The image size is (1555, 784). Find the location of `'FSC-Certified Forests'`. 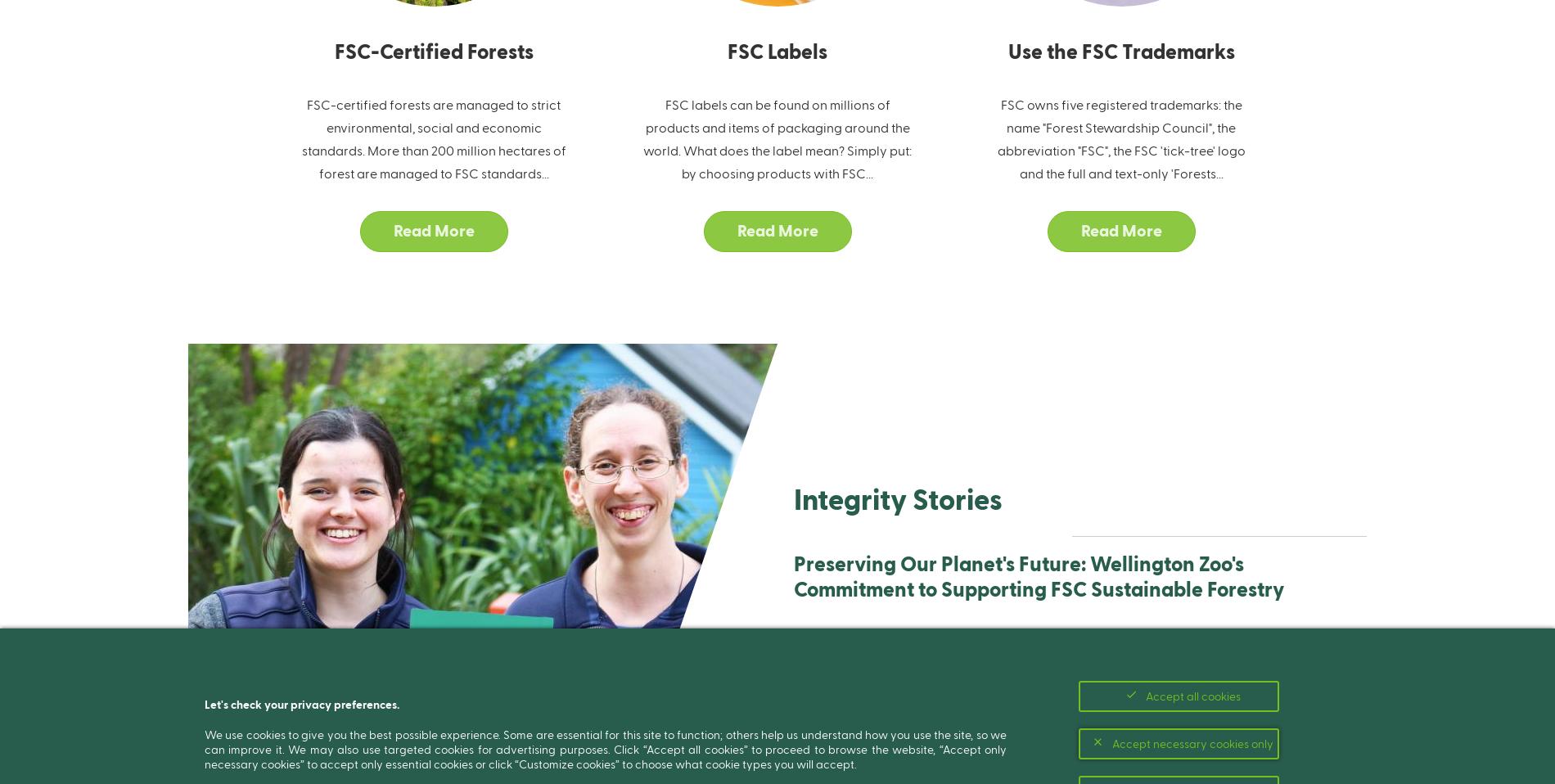

'FSC-Certified Forests' is located at coordinates (433, 51).